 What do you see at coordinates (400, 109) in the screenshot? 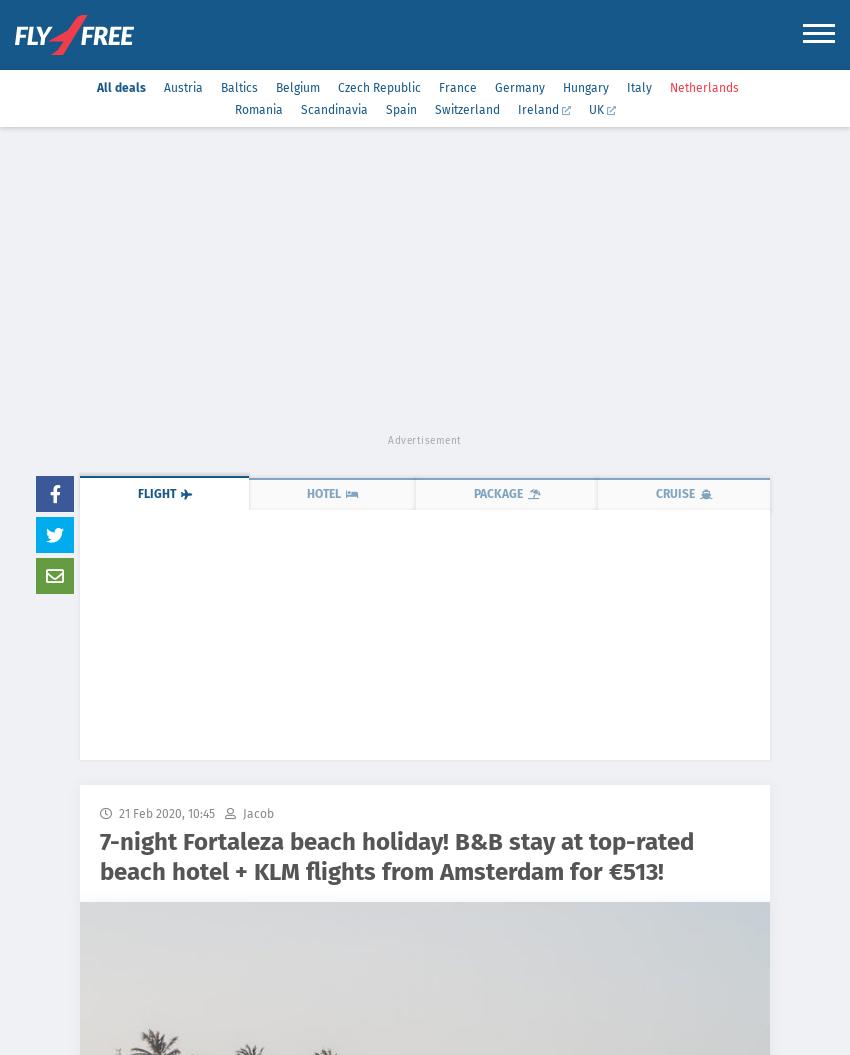
I see `'Spain'` at bounding box center [400, 109].